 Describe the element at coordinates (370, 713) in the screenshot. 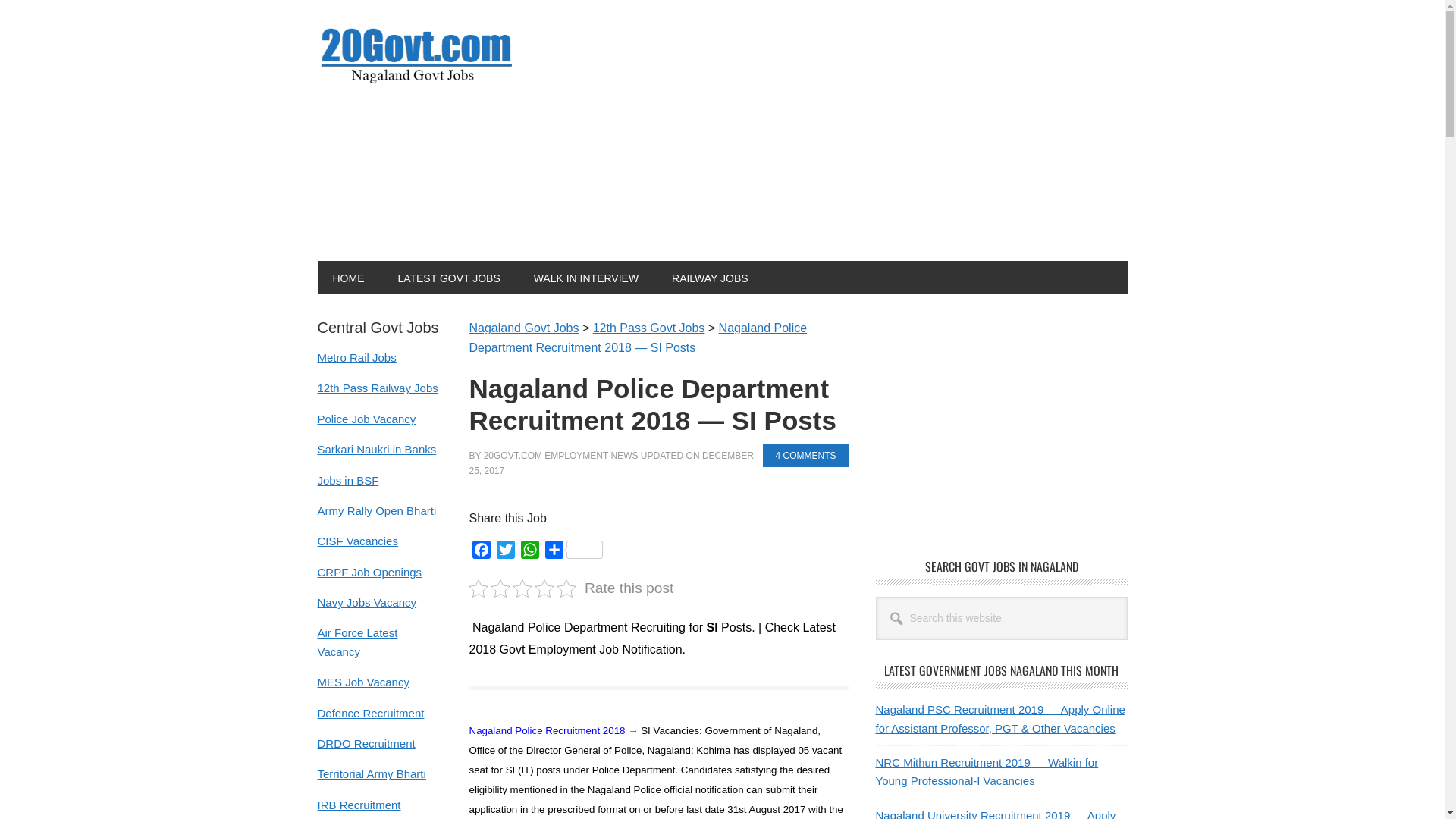

I see `'Defence Recruitment'` at that location.